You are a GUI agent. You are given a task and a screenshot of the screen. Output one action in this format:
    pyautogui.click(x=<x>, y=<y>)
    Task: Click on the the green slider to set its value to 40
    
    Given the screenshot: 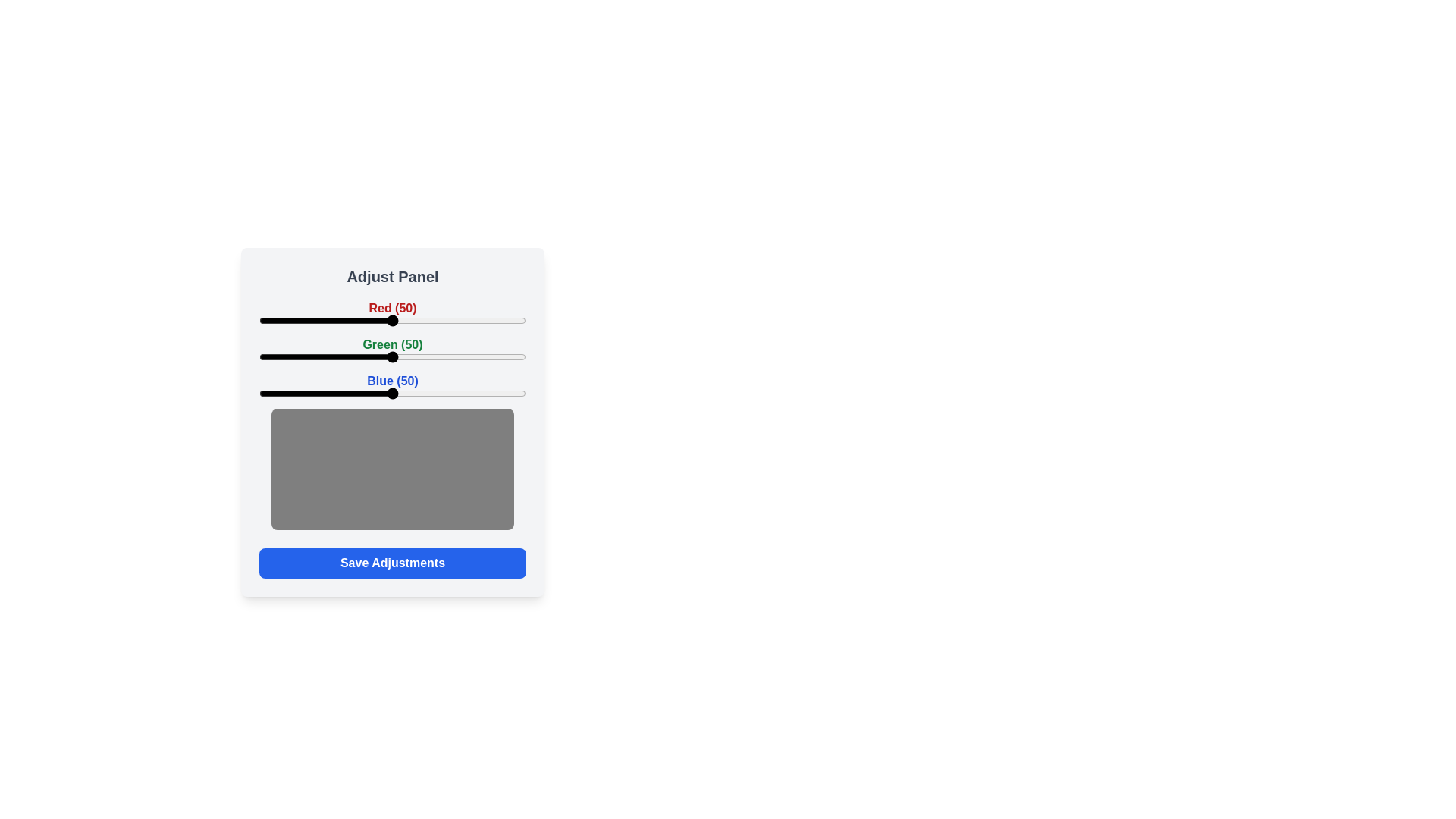 What is the action you would take?
    pyautogui.click(x=366, y=356)
    